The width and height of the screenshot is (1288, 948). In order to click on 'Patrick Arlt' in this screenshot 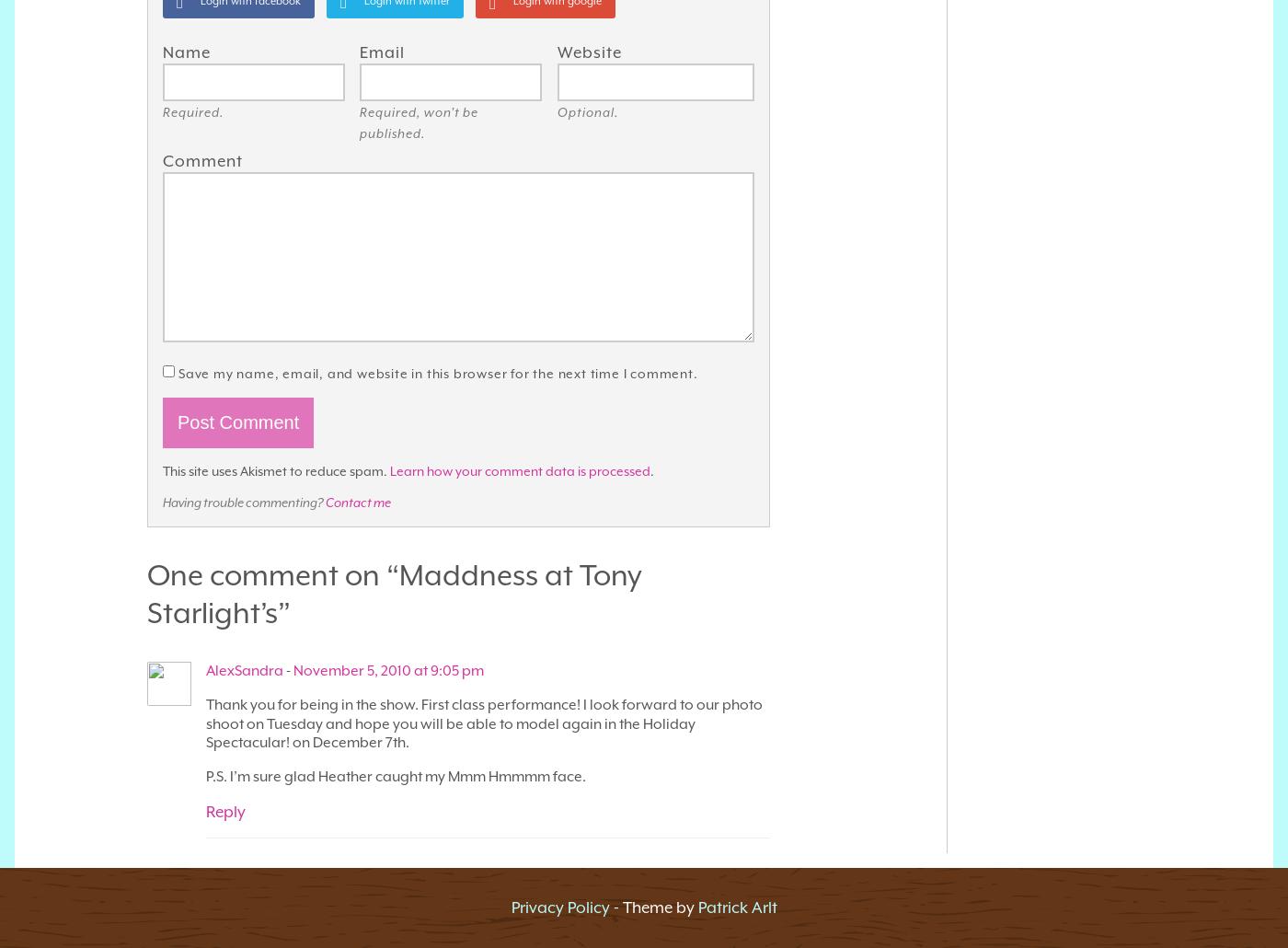, I will do `click(736, 905)`.